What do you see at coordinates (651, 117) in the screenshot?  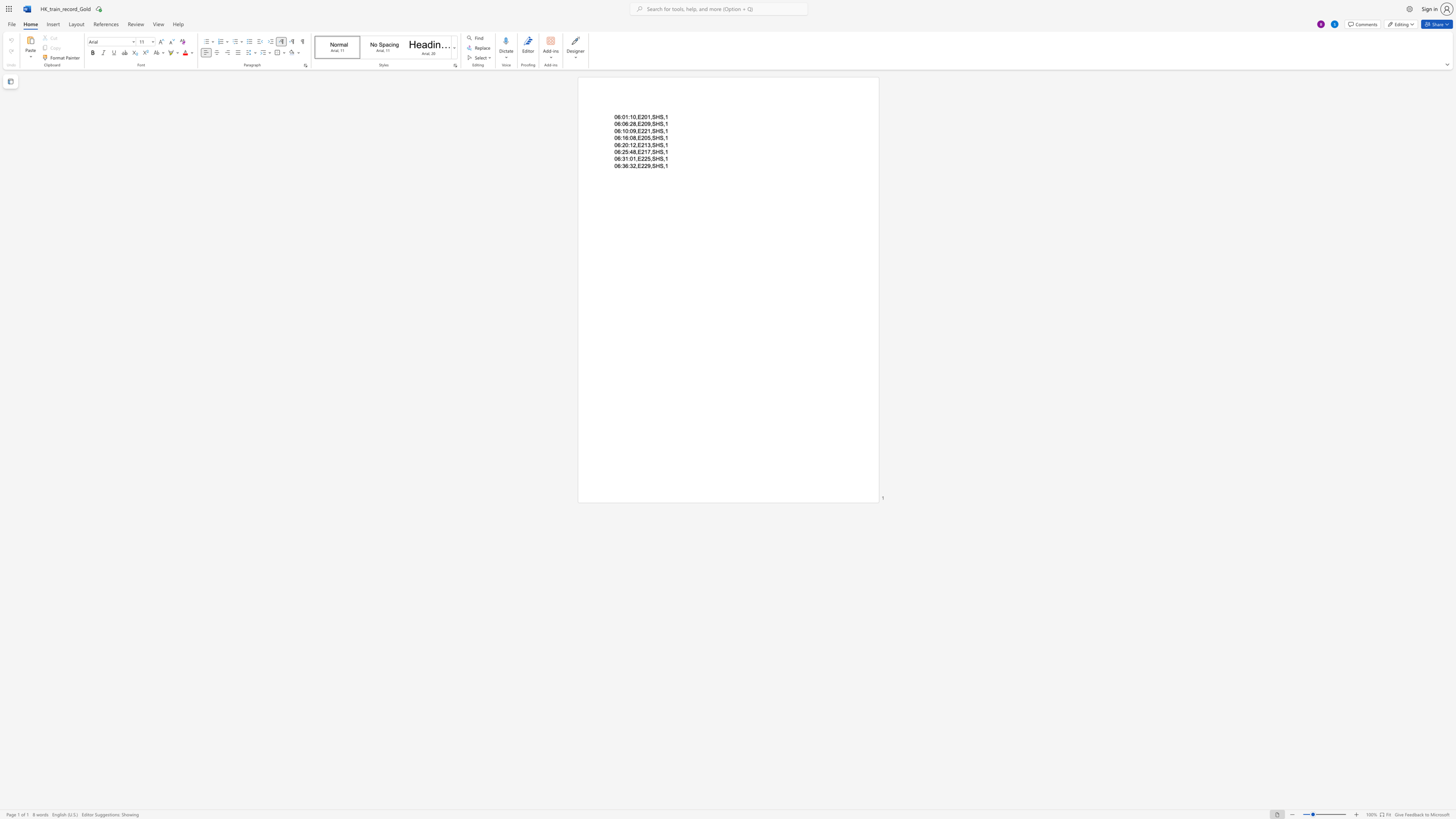 I see `the 2th character "," in the text` at bounding box center [651, 117].